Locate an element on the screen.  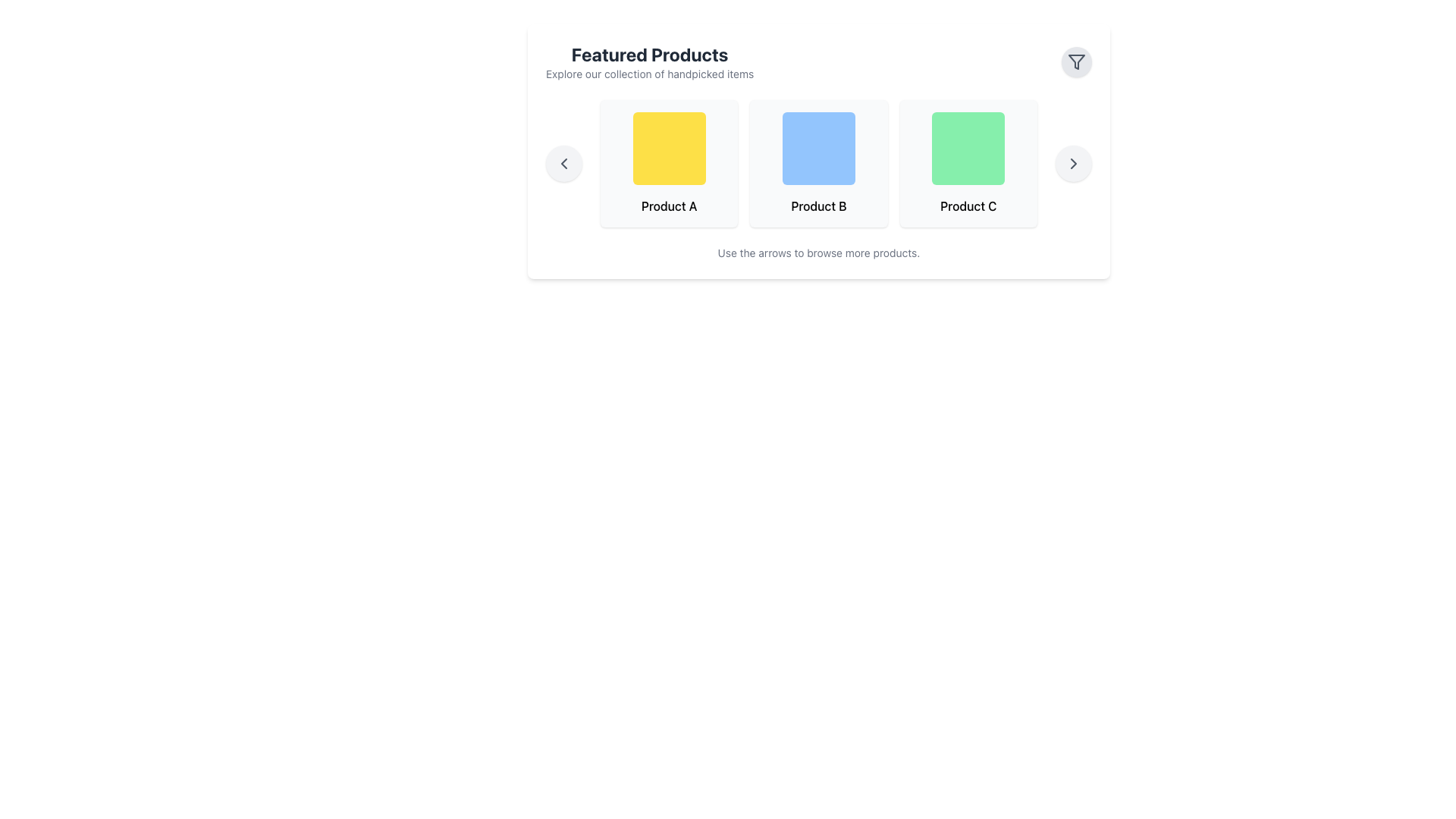
the circular button with a light gray background and a left-pointing chevron icon is located at coordinates (563, 164).